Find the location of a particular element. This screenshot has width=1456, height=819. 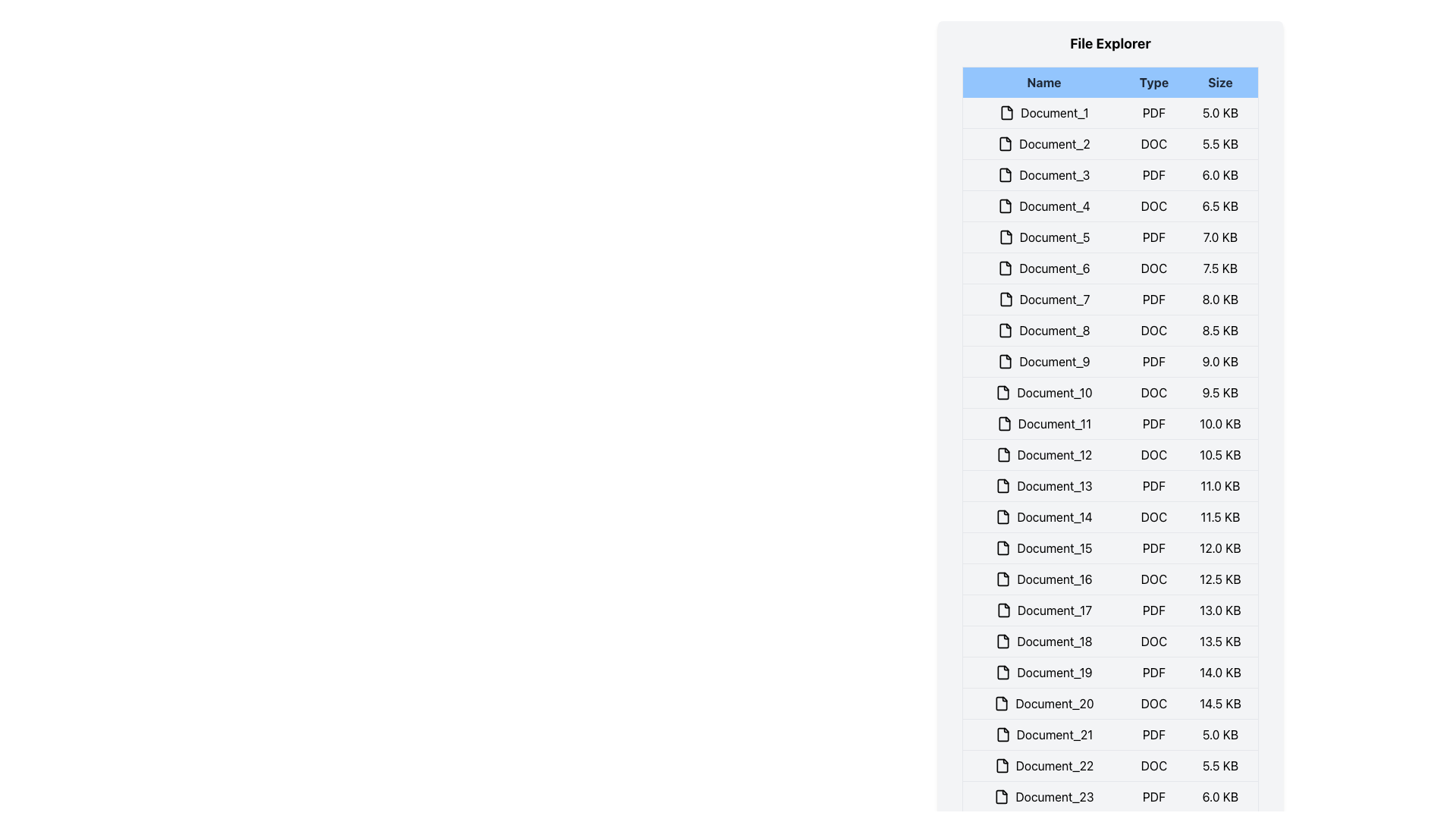

the document icon represented as a small rectangular icon with a white center and dark outlines, located to the left of the label 'Document_9' in the file explorer interface is located at coordinates (1006, 362).